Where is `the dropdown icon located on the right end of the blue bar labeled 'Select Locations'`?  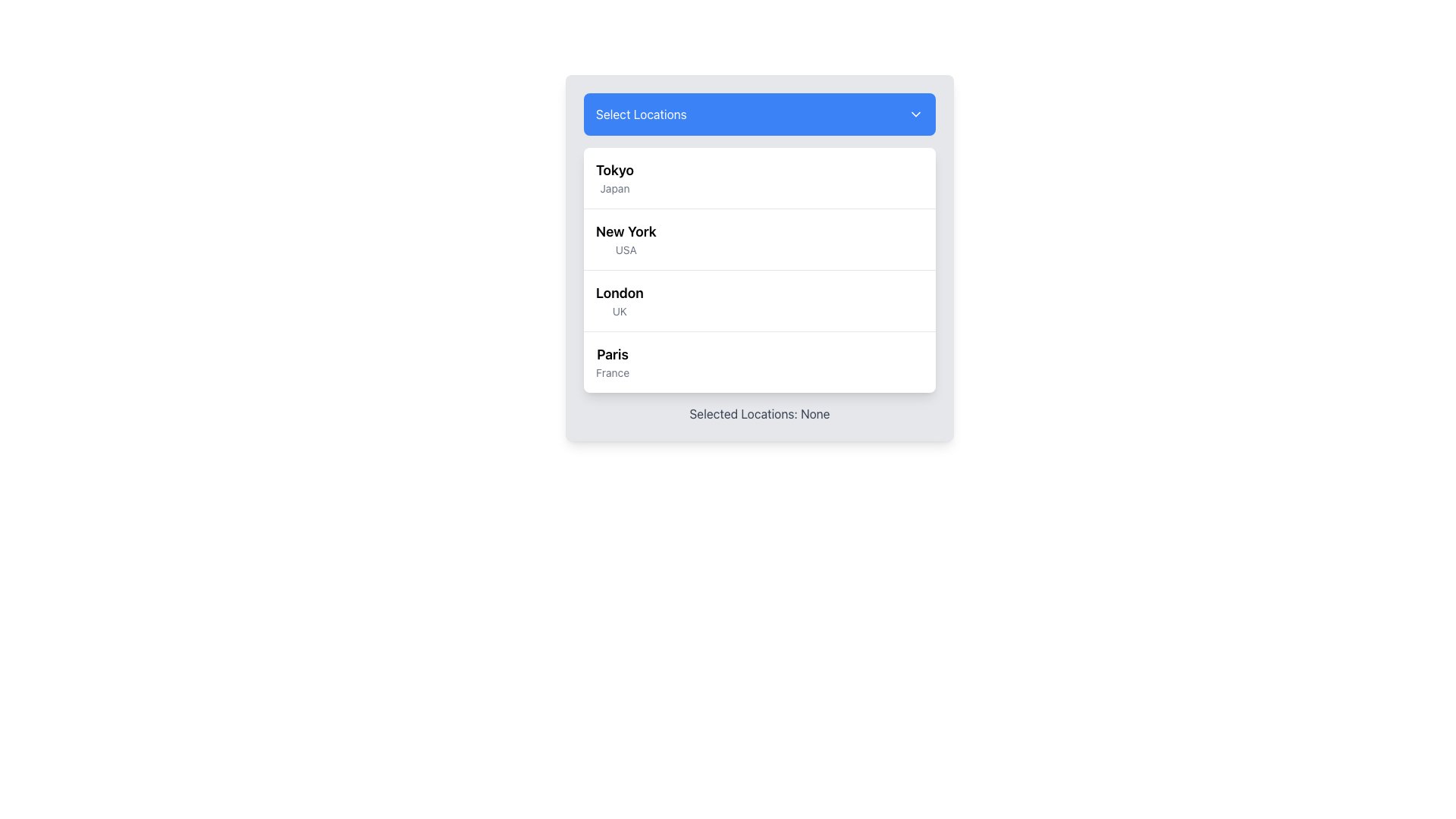 the dropdown icon located on the right end of the blue bar labeled 'Select Locations' is located at coordinates (915, 113).